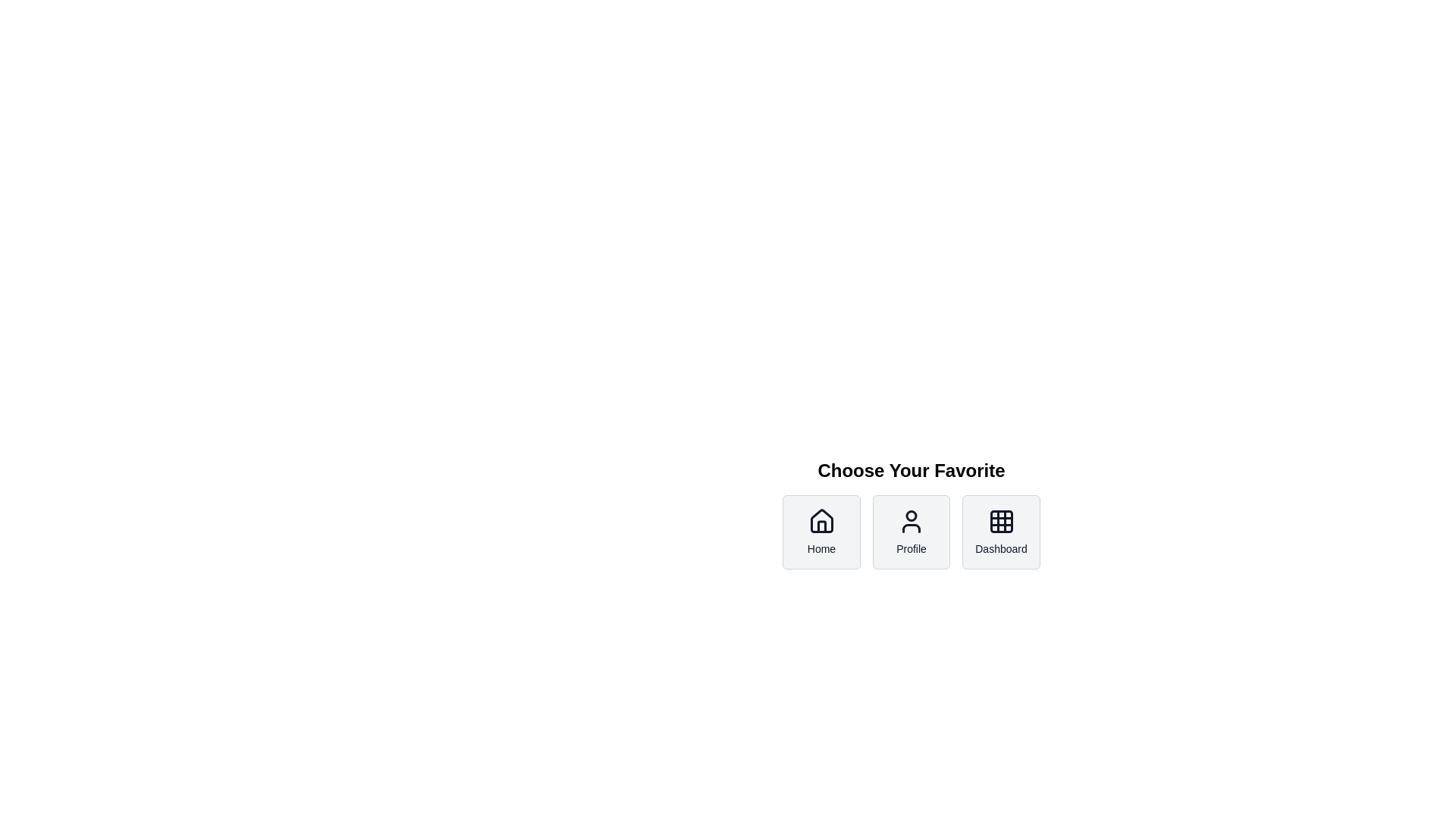 The image size is (1456, 819). Describe the element at coordinates (910, 515) in the screenshot. I see `the circular graphical icon component representing the head in the 'Profile' icon, which is the second option from the left in a horizontal arrangement of three buttons below the text 'Choose Your Favorite.'` at that location.